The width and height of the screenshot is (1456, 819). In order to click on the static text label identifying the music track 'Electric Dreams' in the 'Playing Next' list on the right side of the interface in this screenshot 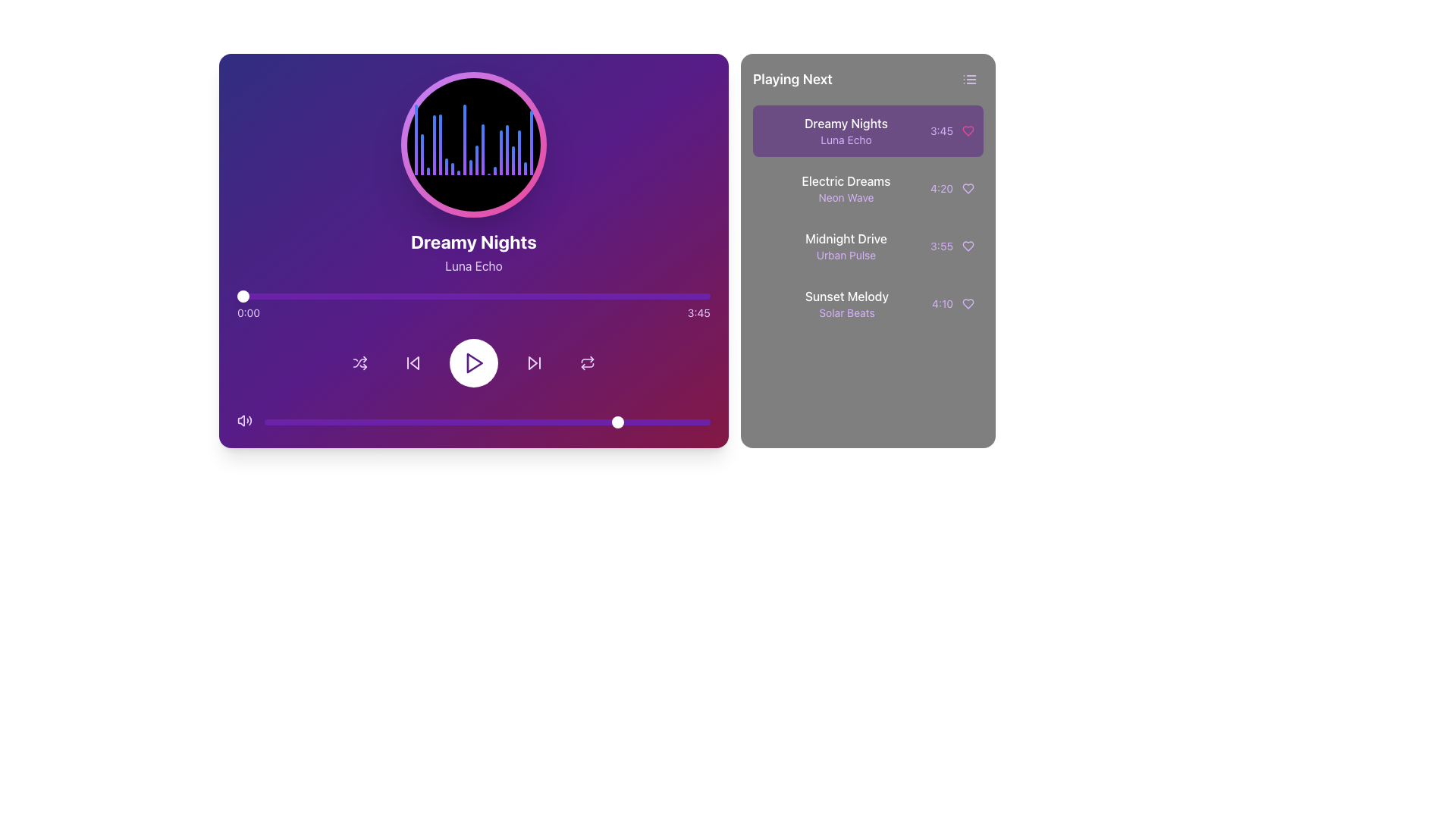, I will do `click(846, 180)`.